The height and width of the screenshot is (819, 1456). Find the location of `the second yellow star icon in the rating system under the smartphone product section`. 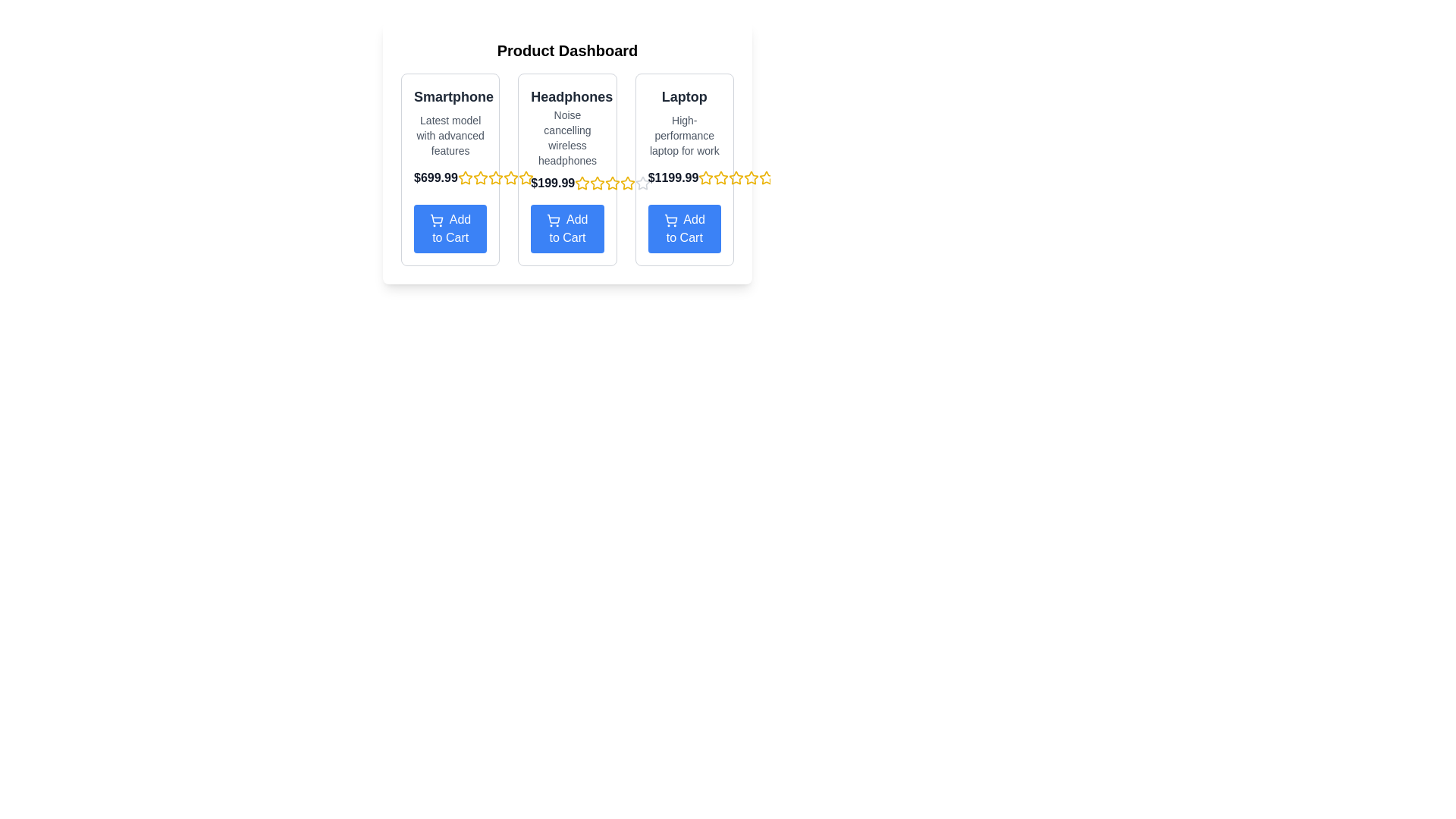

the second yellow star icon in the rating system under the smartphone product section is located at coordinates (464, 177).